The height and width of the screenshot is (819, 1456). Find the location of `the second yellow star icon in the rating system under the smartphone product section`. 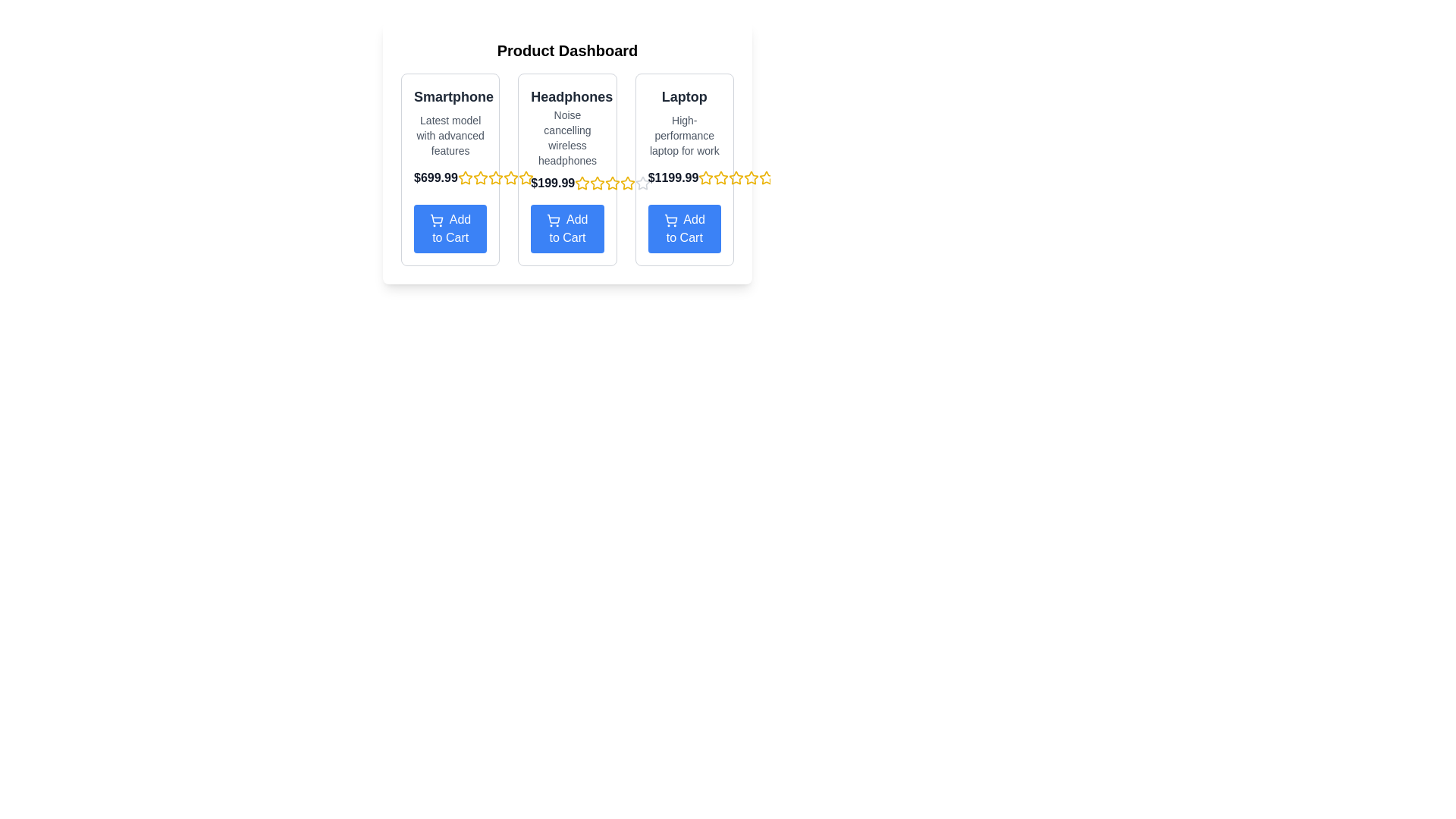

the second yellow star icon in the rating system under the smartphone product section is located at coordinates (464, 177).